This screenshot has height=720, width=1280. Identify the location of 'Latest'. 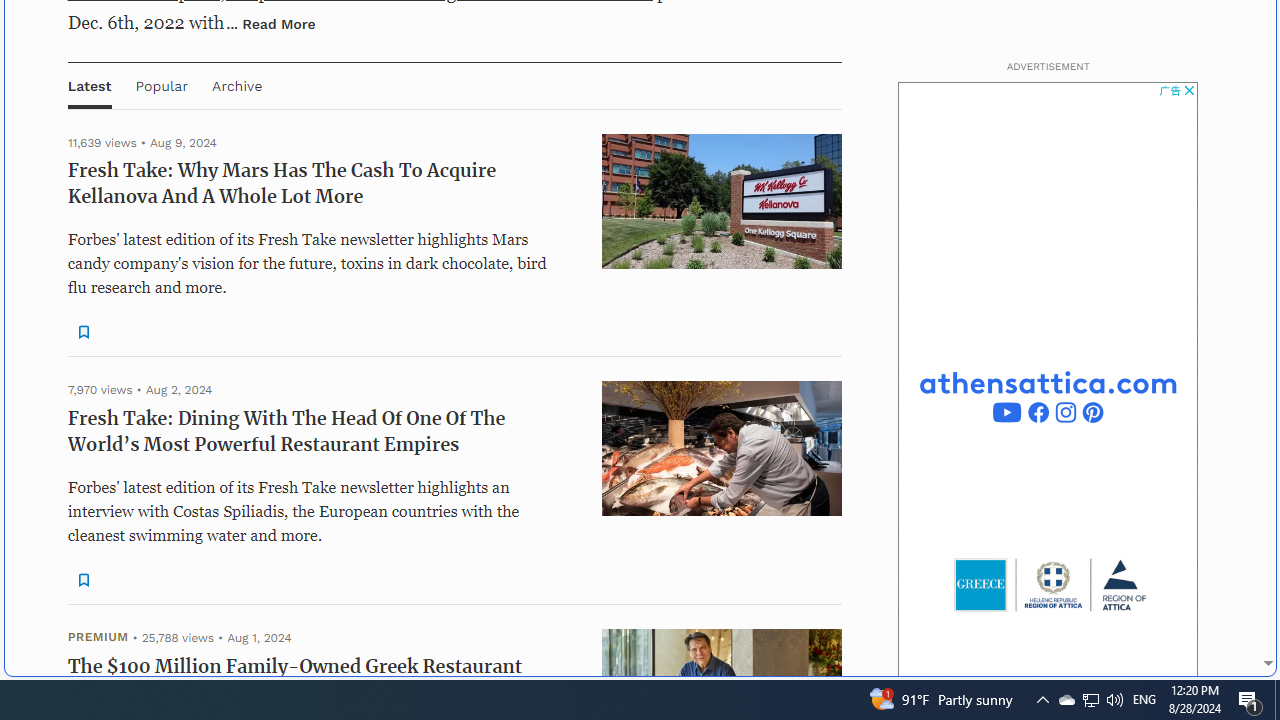
(88, 84).